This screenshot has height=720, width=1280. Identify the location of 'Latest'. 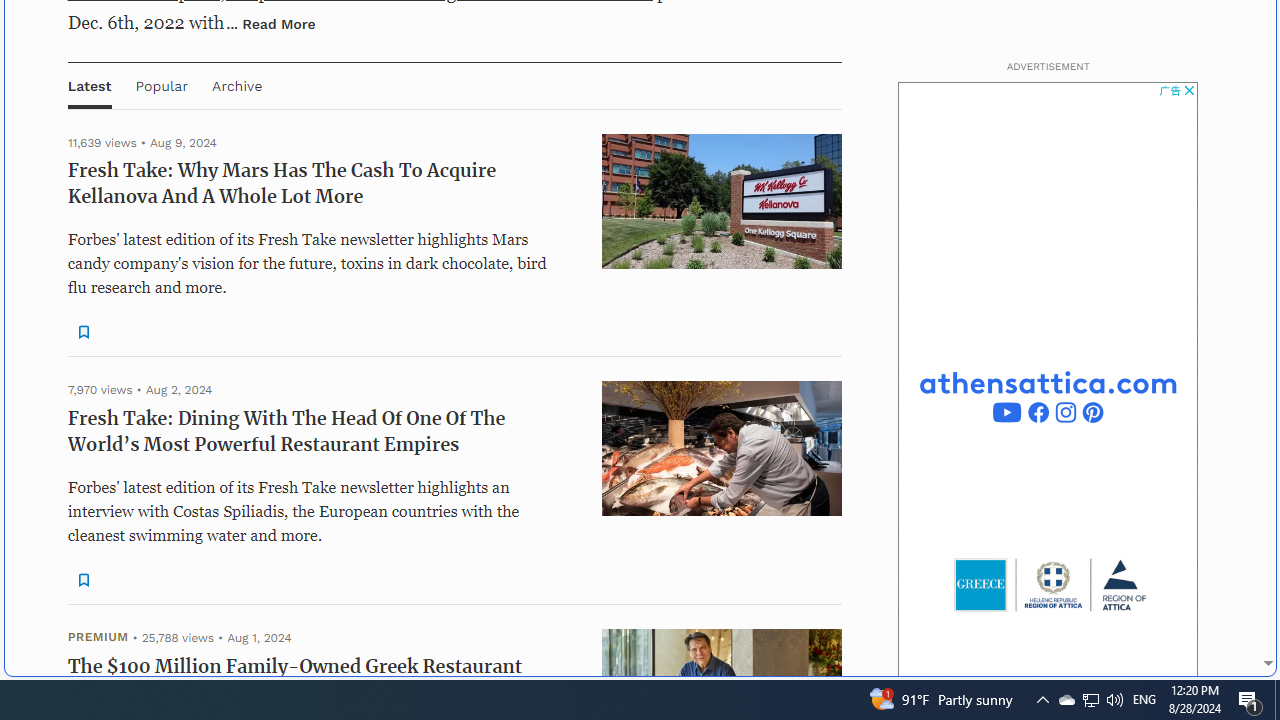
(88, 84).